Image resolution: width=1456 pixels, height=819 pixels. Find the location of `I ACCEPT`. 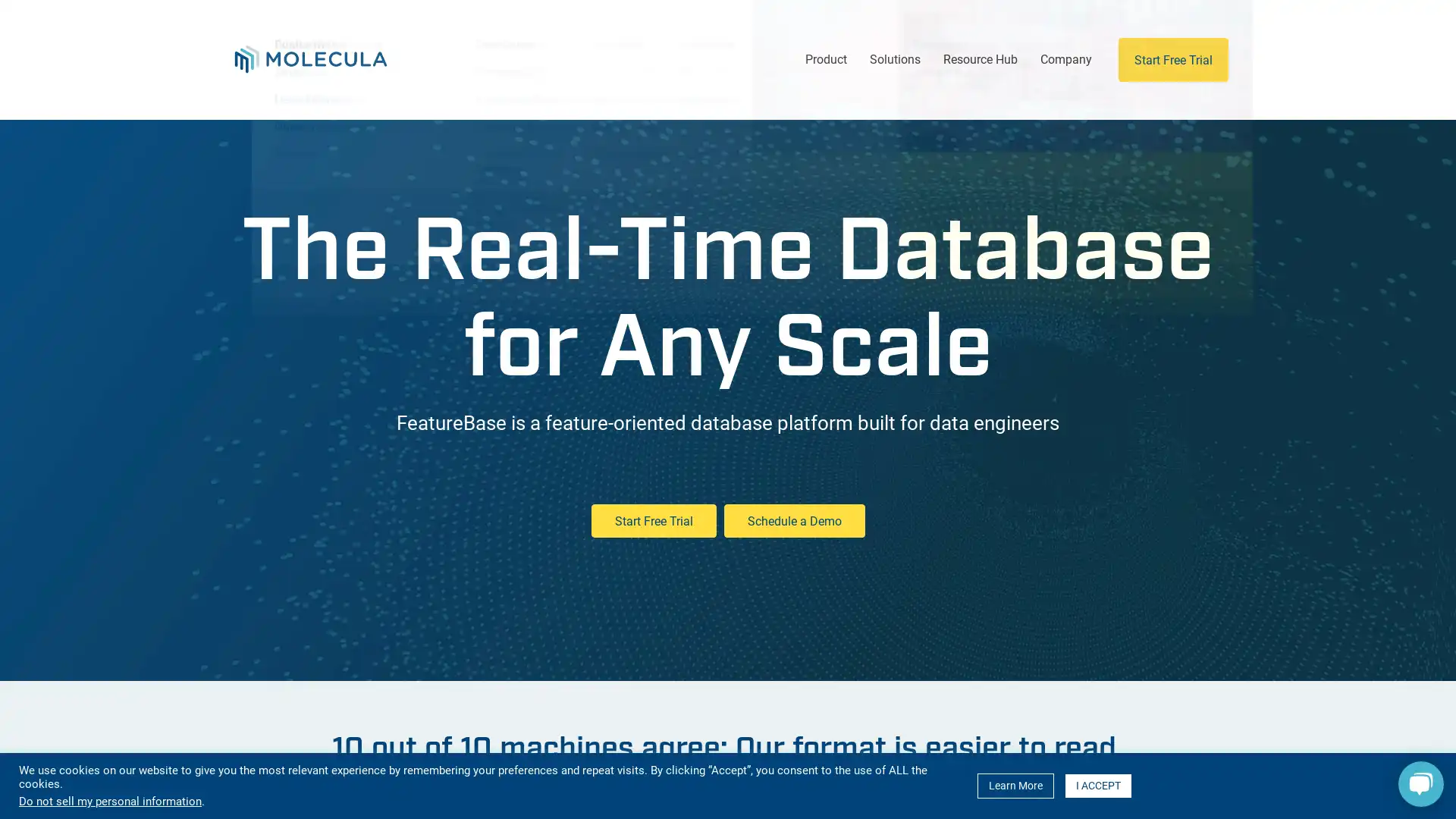

I ACCEPT is located at coordinates (1098, 785).